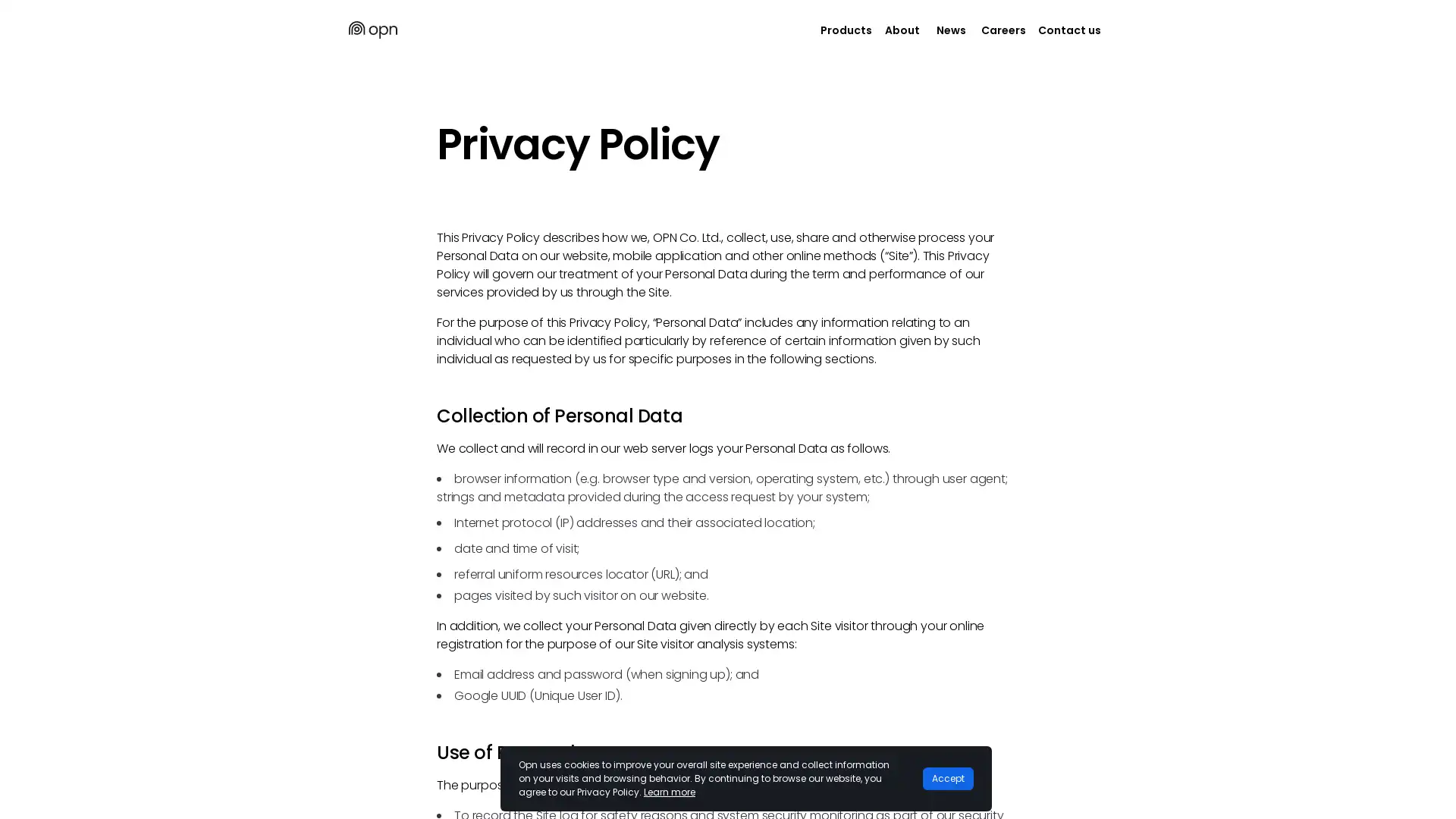  What do you see at coordinates (1003, 30) in the screenshot?
I see `Careers` at bounding box center [1003, 30].